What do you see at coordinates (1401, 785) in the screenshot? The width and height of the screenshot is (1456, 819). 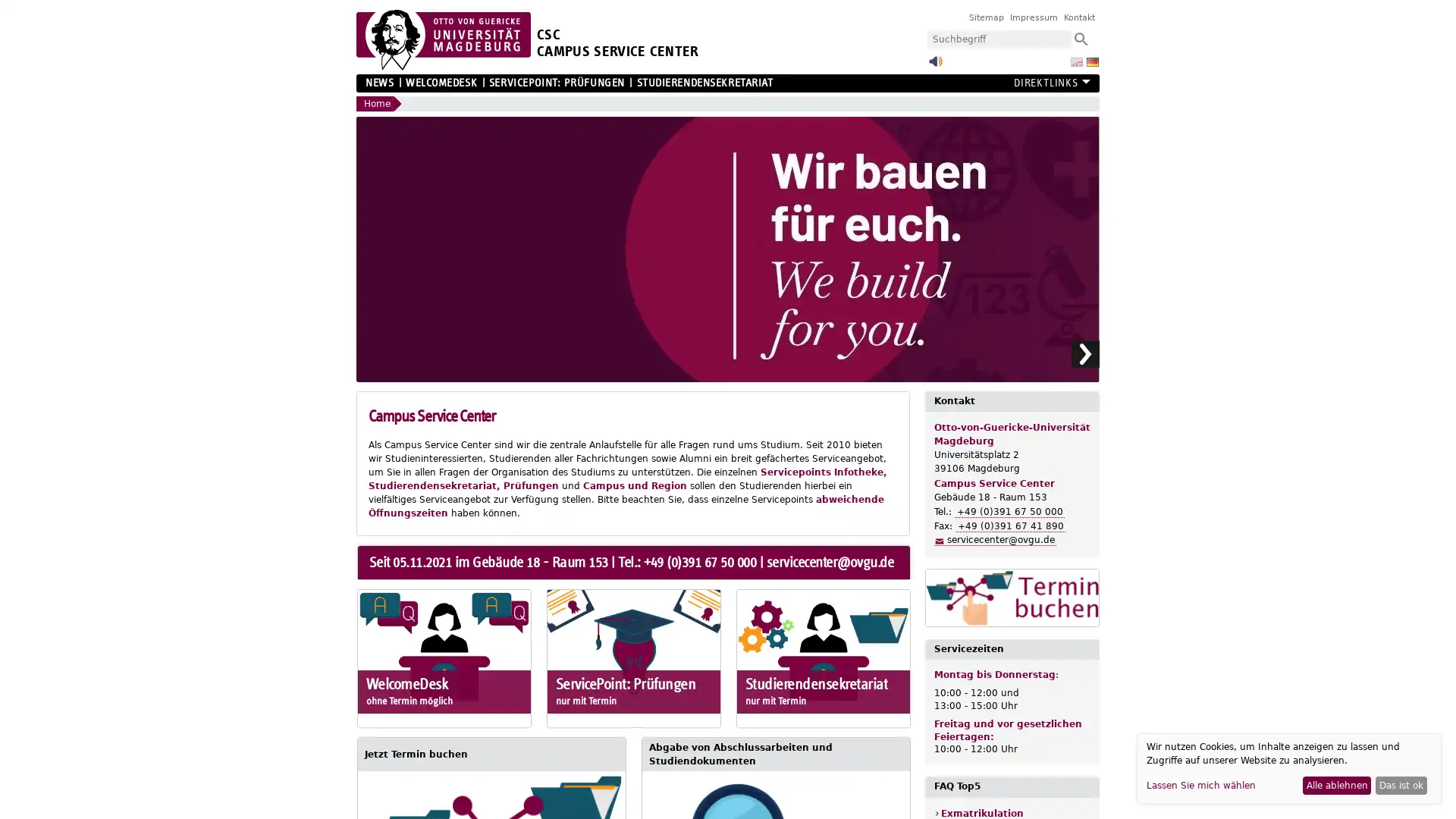 I see `Das ist ok` at bounding box center [1401, 785].